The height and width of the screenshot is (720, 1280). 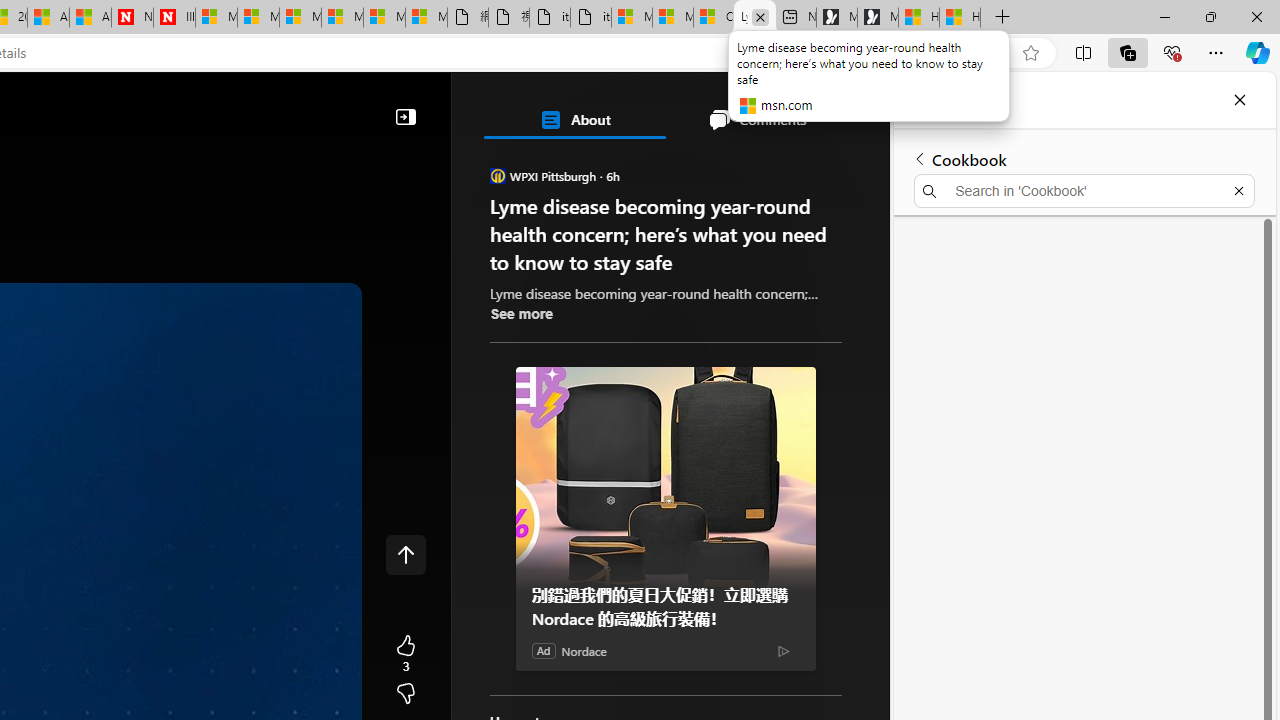 What do you see at coordinates (1082, 51) in the screenshot?
I see `'Split screen'` at bounding box center [1082, 51].